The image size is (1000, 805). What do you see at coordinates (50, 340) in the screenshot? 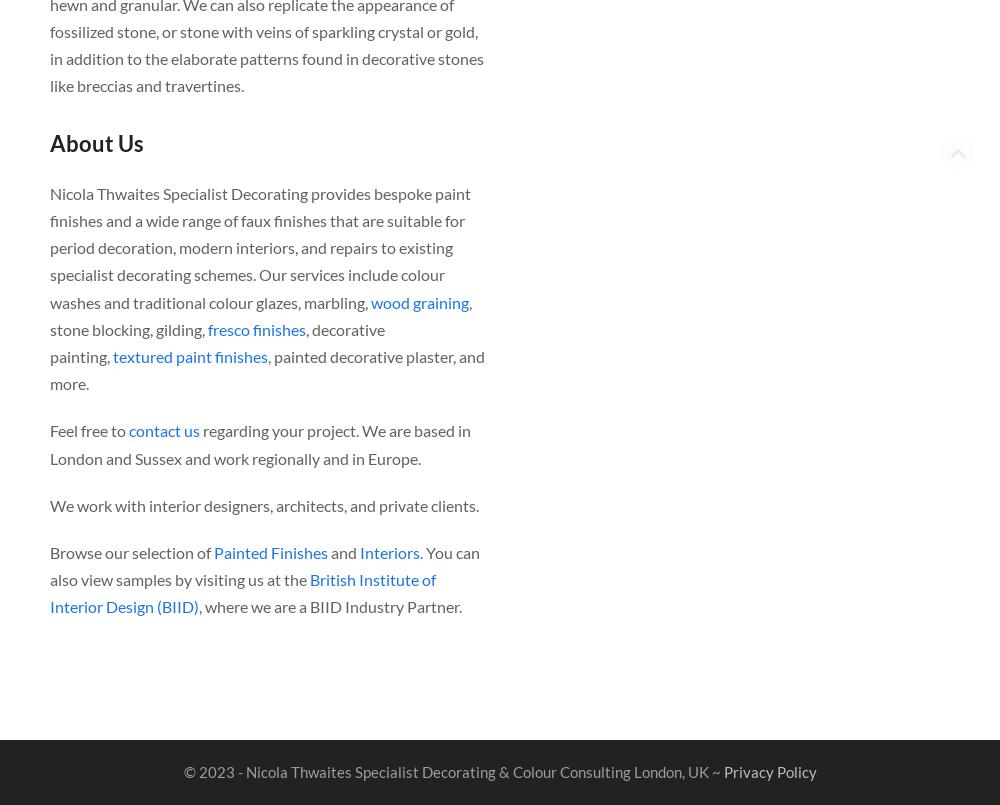
I see `', decorative painting,'` at bounding box center [50, 340].